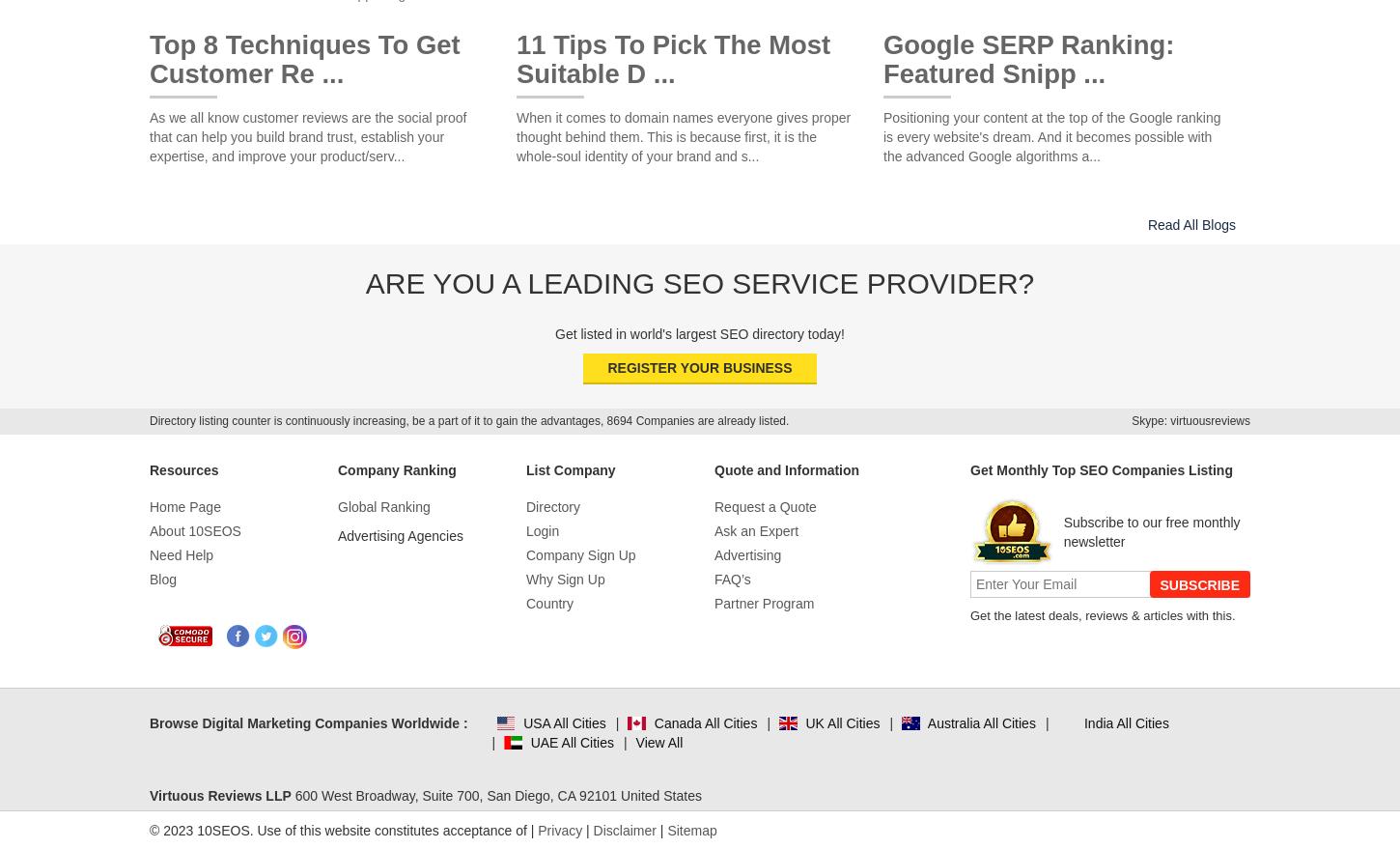 The image size is (1400, 849). I want to click on 'Browse Digital Marketing Companies Worldwide :', so click(308, 722).